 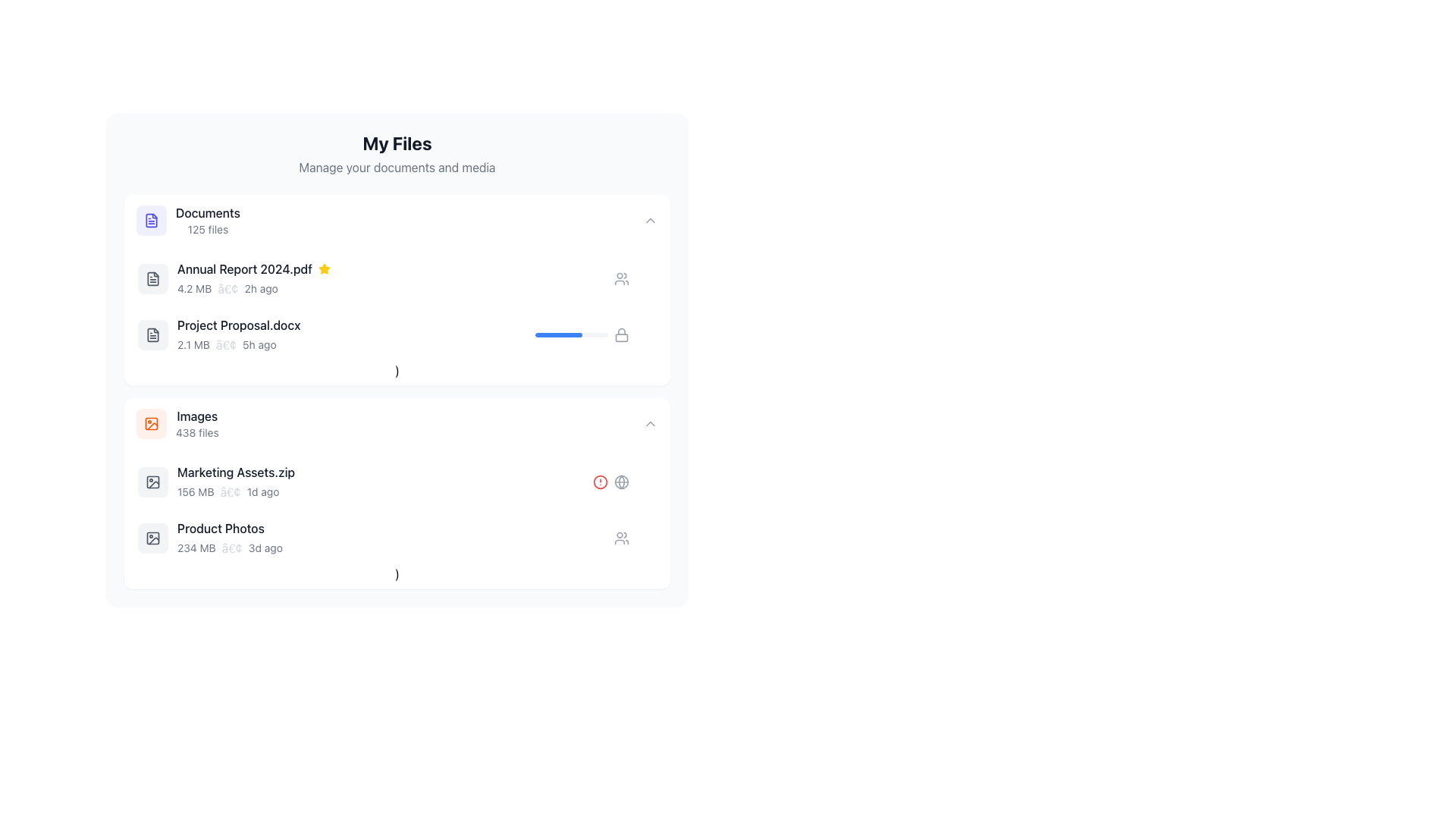 I want to click on the text document icon representing 'Project Proposal.docx' located in the 'Documents' section, so click(x=152, y=334).